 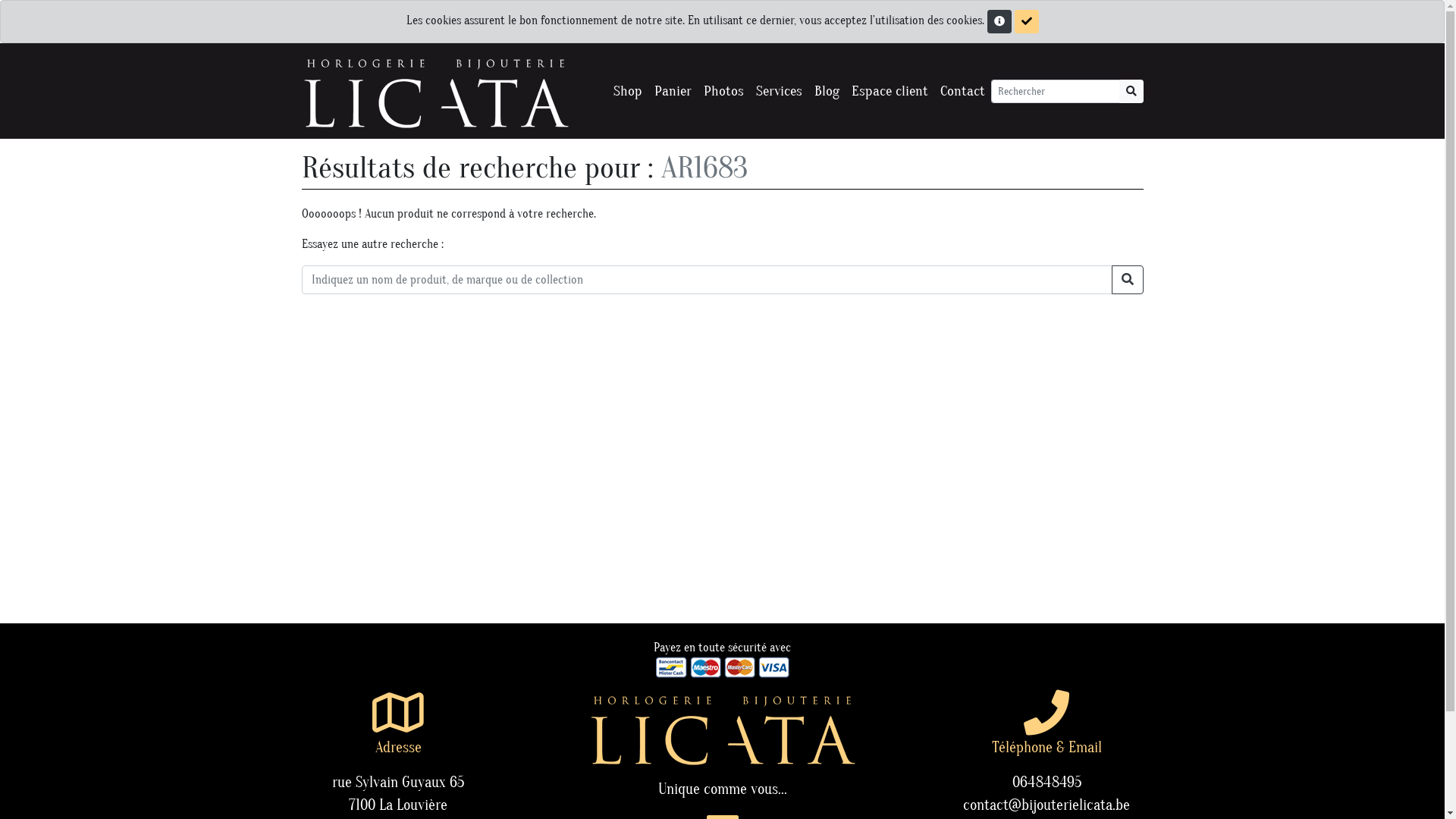 I want to click on 'Shop', so click(x=626, y=91).